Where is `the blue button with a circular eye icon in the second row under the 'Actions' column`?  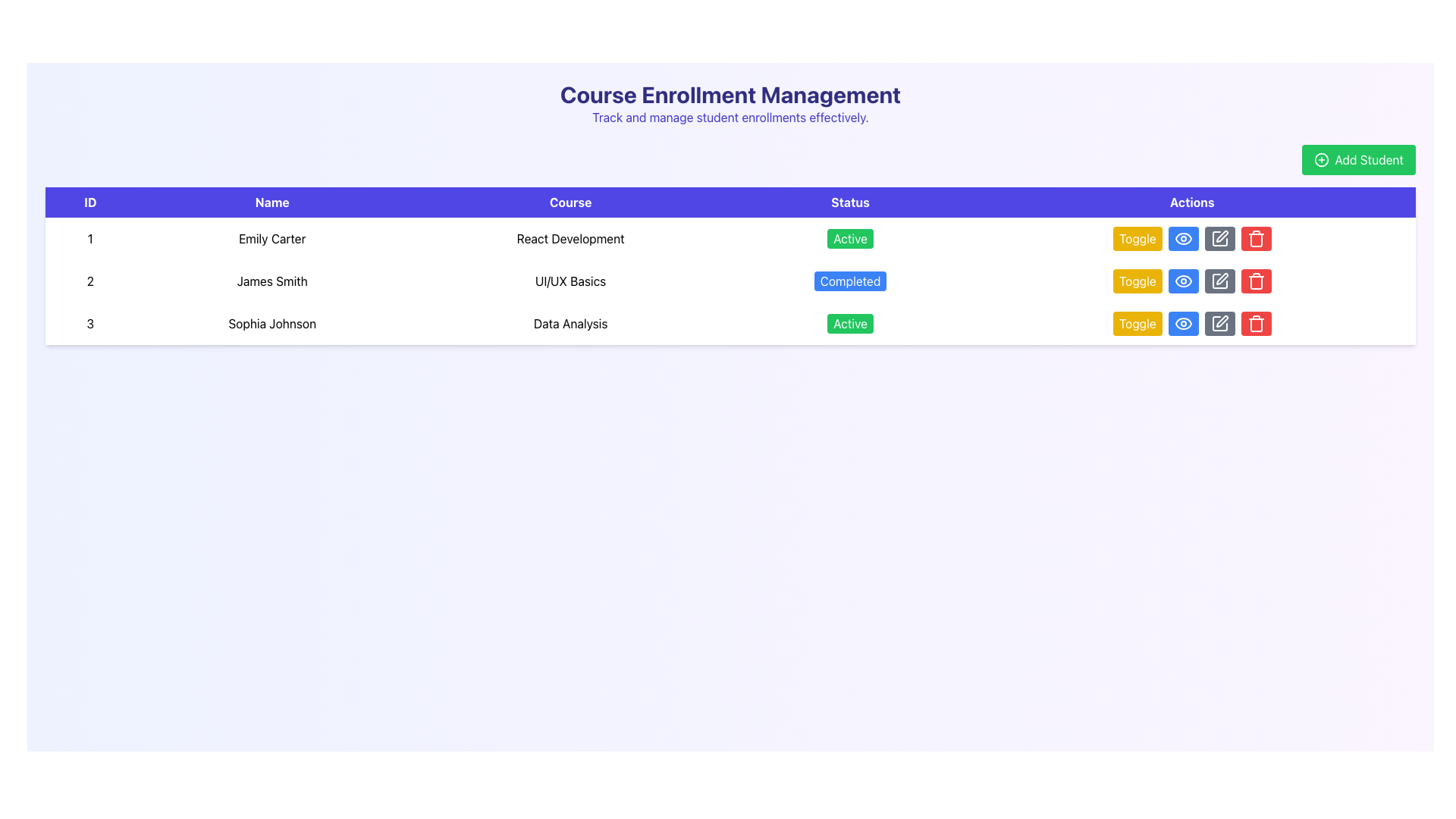
the blue button with a circular eye icon in the second row under the 'Actions' column is located at coordinates (1191, 281).